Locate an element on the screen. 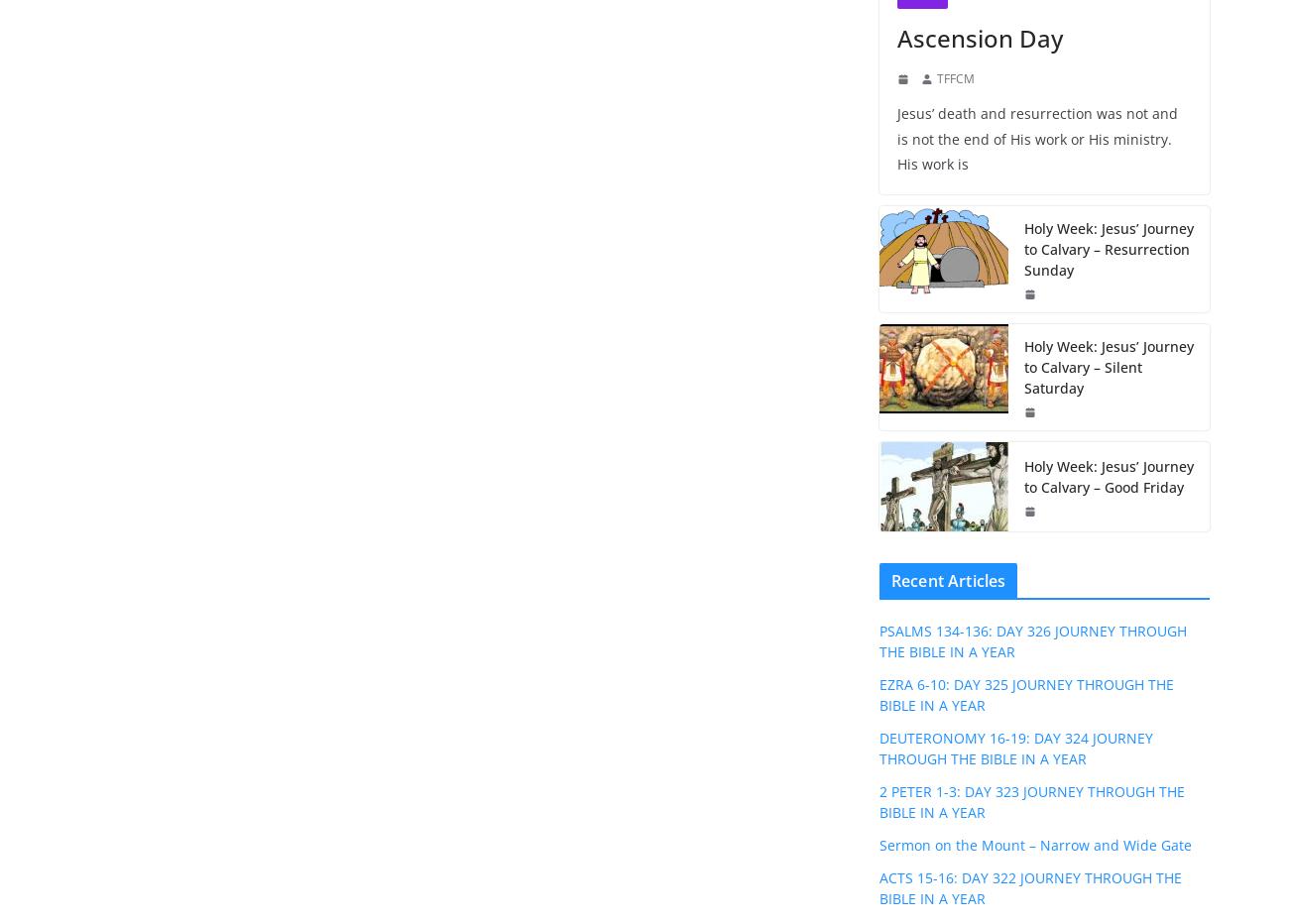  'PSALMS 134-136: DAY 326 JOURNEY THROUGH THE BIBLE IN A YEAR' is located at coordinates (1032, 639).